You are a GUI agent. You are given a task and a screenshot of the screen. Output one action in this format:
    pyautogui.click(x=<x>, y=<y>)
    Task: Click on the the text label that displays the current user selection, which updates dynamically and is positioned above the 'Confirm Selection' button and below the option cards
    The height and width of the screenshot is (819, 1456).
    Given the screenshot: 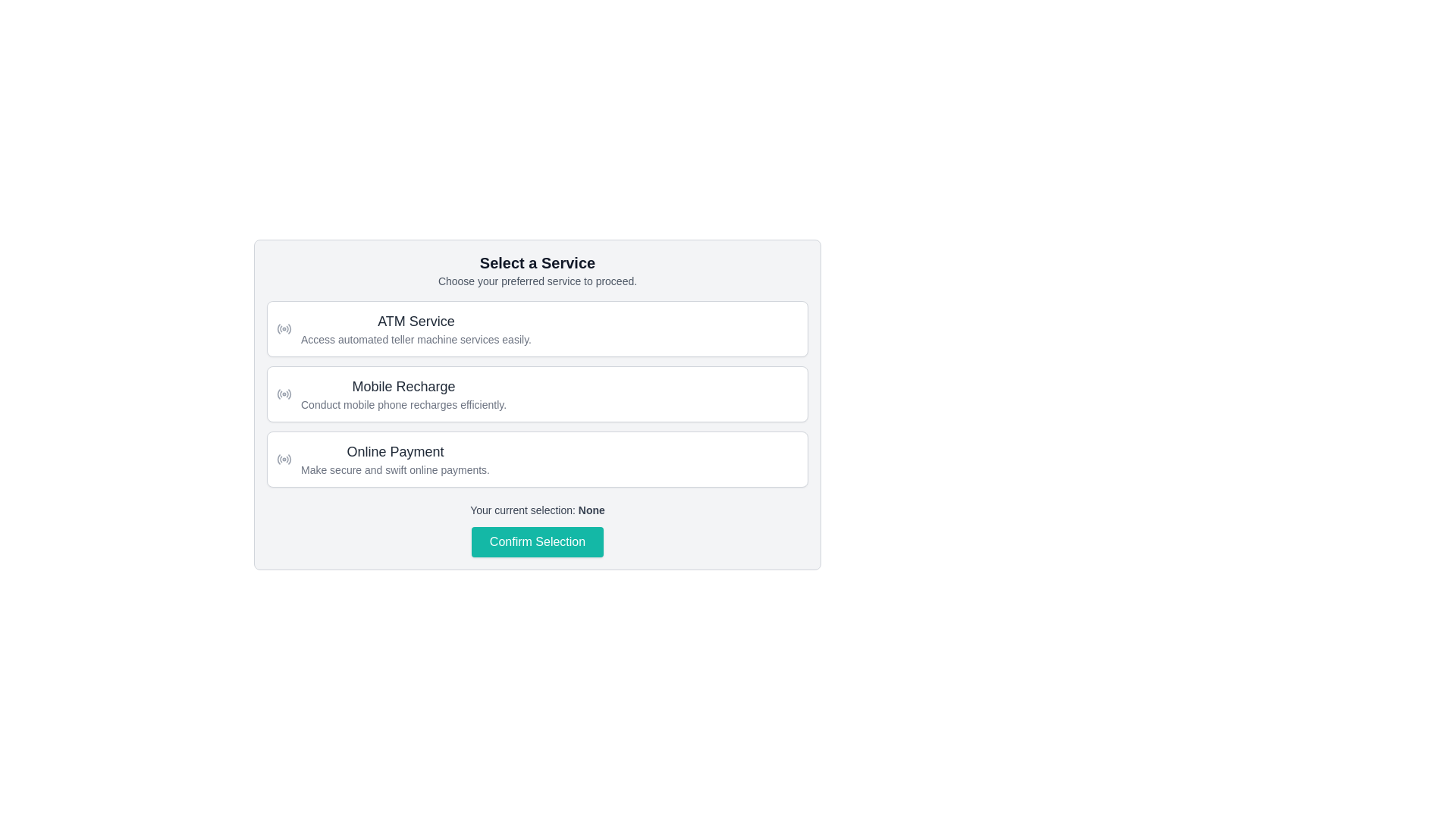 What is the action you would take?
    pyautogui.click(x=538, y=510)
    